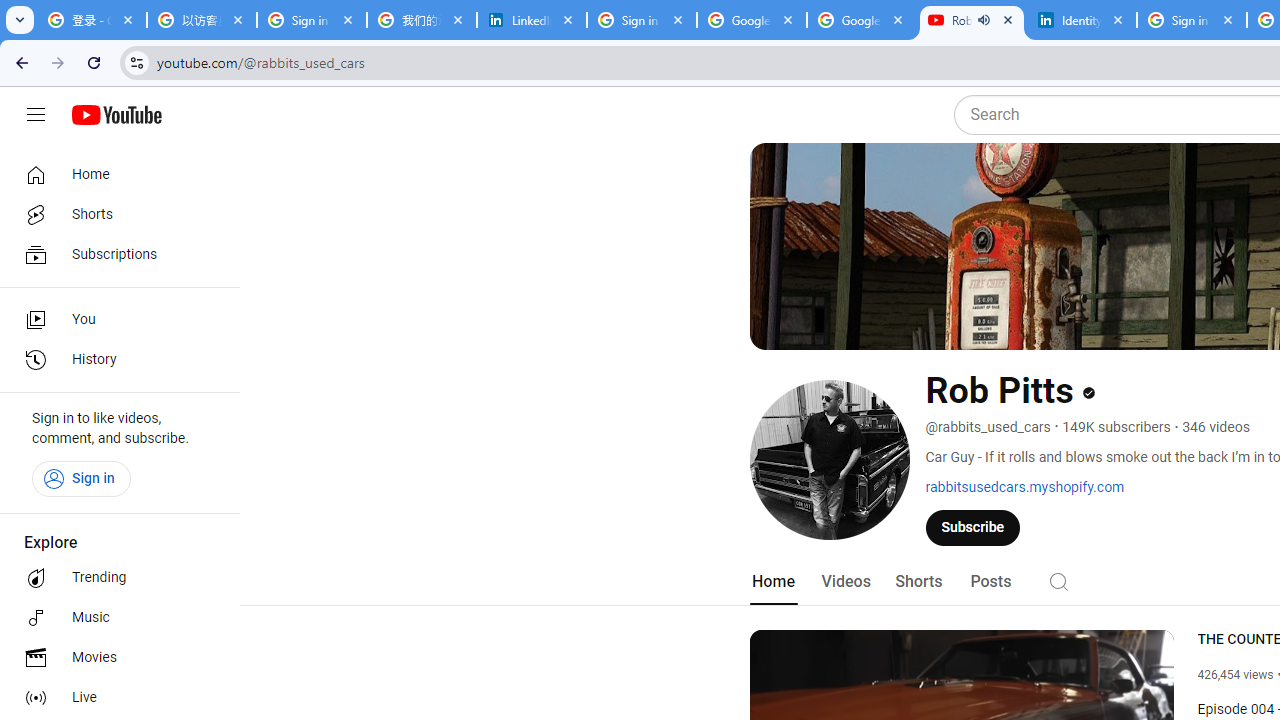  What do you see at coordinates (973, 526) in the screenshot?
I see `'Subscribe'` at bounding box center [973, 526].